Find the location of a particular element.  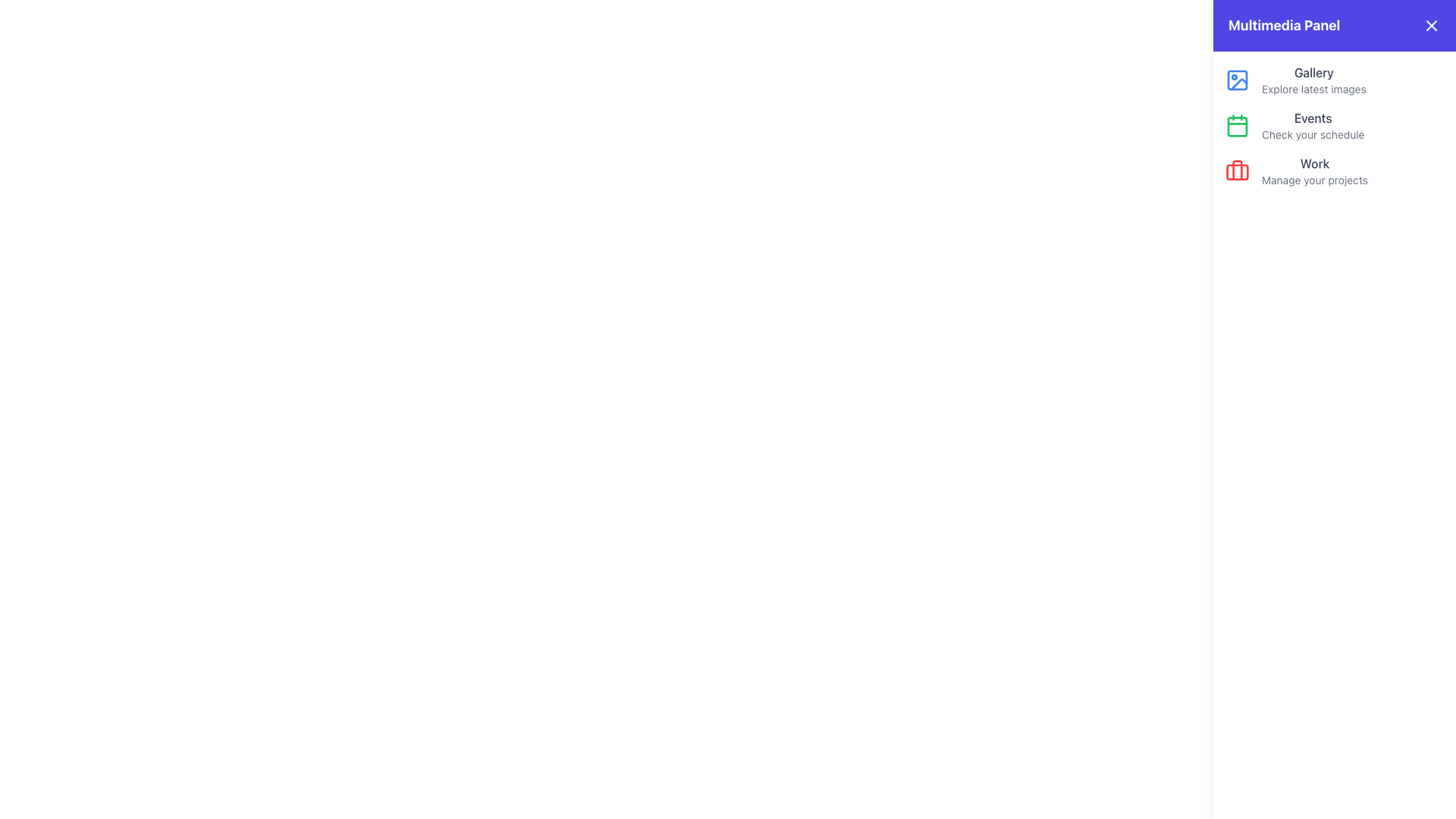

the blue picture frame icon located in the 'Gallery' section of the 'Multimedia Panel', positioned to the left of the text 'Gallery' and 'Explore latest images' is located at coordinates (1238, 80).